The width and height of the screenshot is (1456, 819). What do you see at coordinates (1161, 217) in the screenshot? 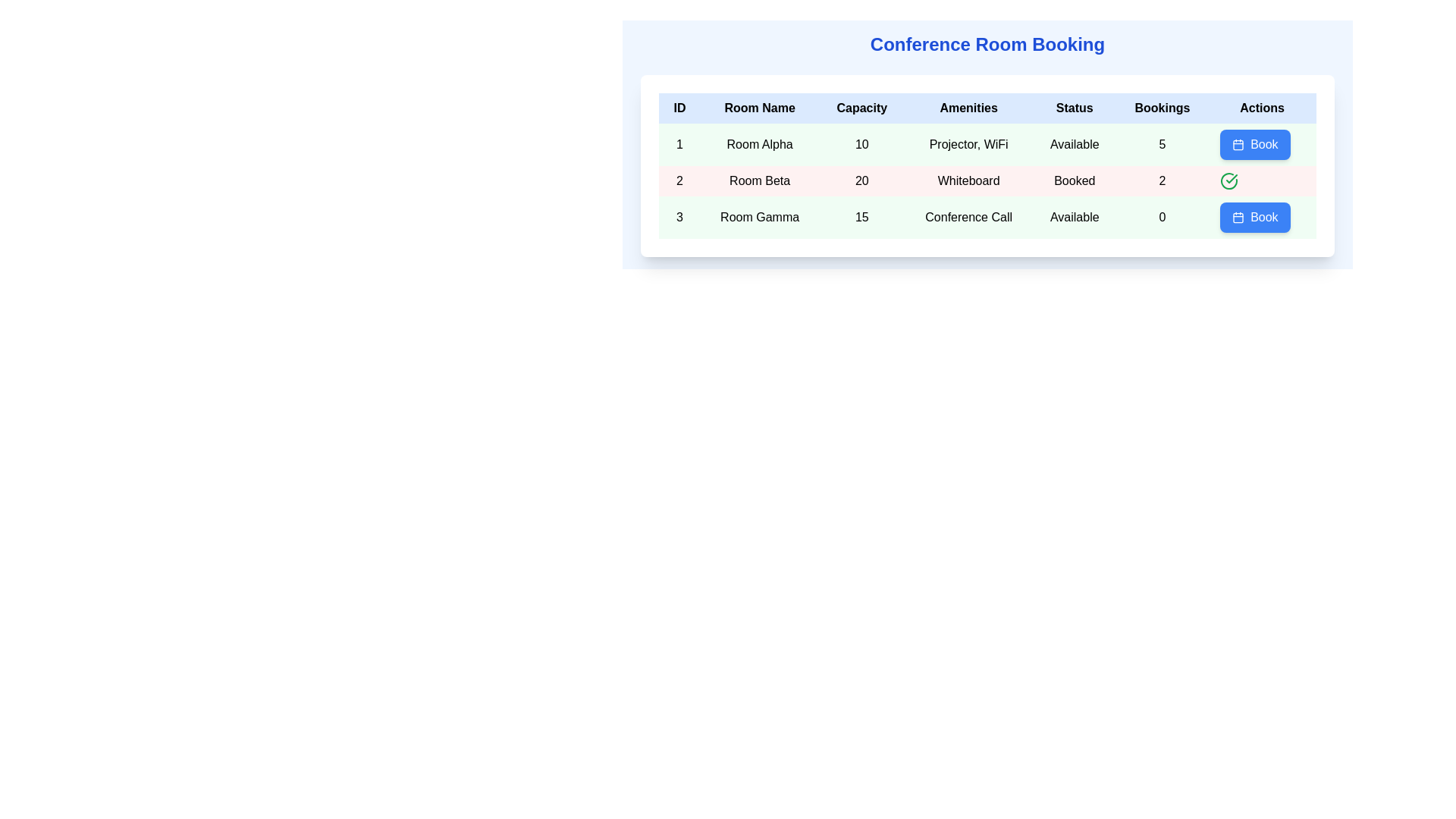
I see `the static text '0' located in the 'Bookings' column of the third row for 'Room Gamma'` at bounding box center [1161, 217].